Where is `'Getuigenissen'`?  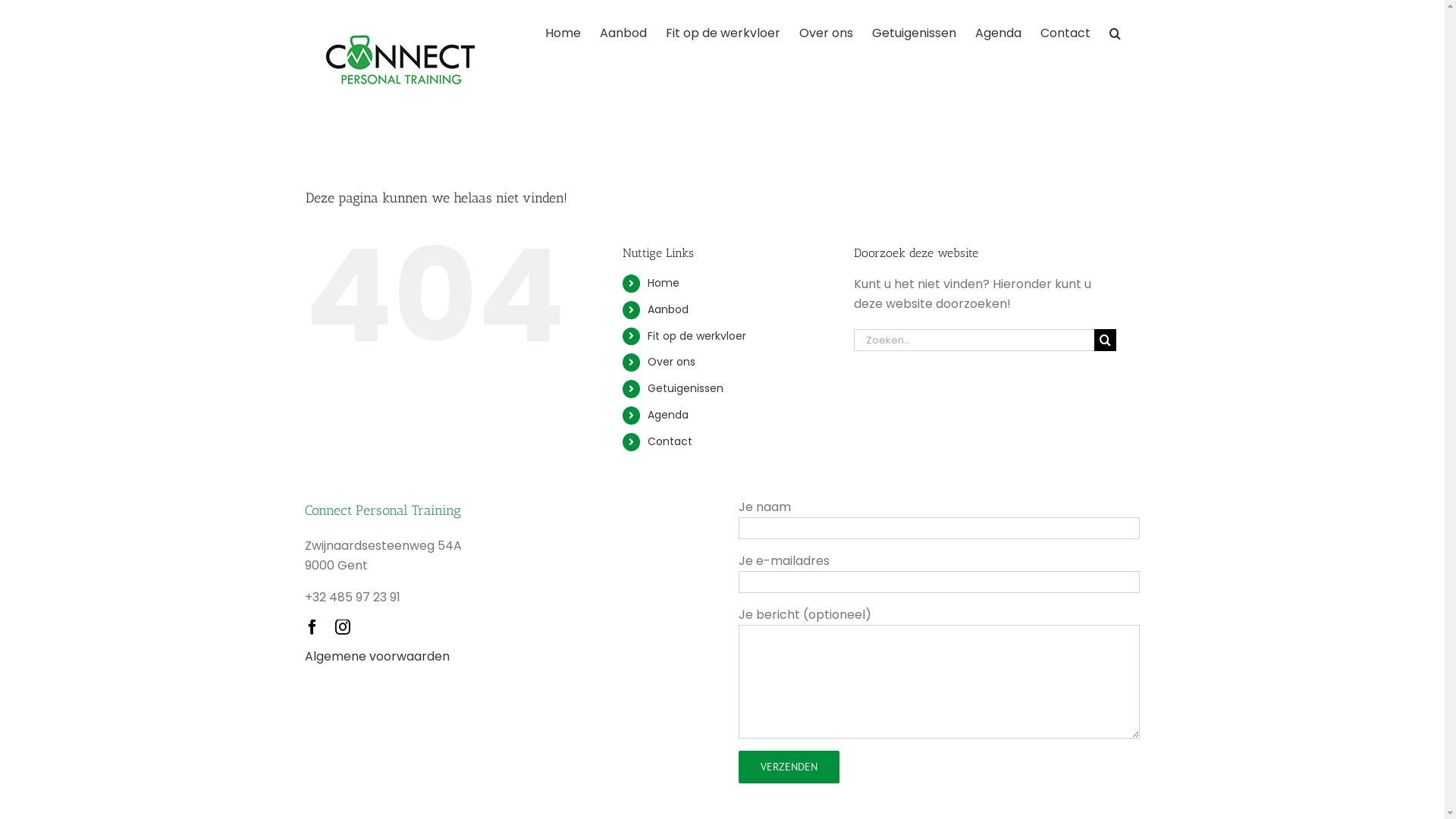
'Getuigenissen' is located at coordinates (684, 388).